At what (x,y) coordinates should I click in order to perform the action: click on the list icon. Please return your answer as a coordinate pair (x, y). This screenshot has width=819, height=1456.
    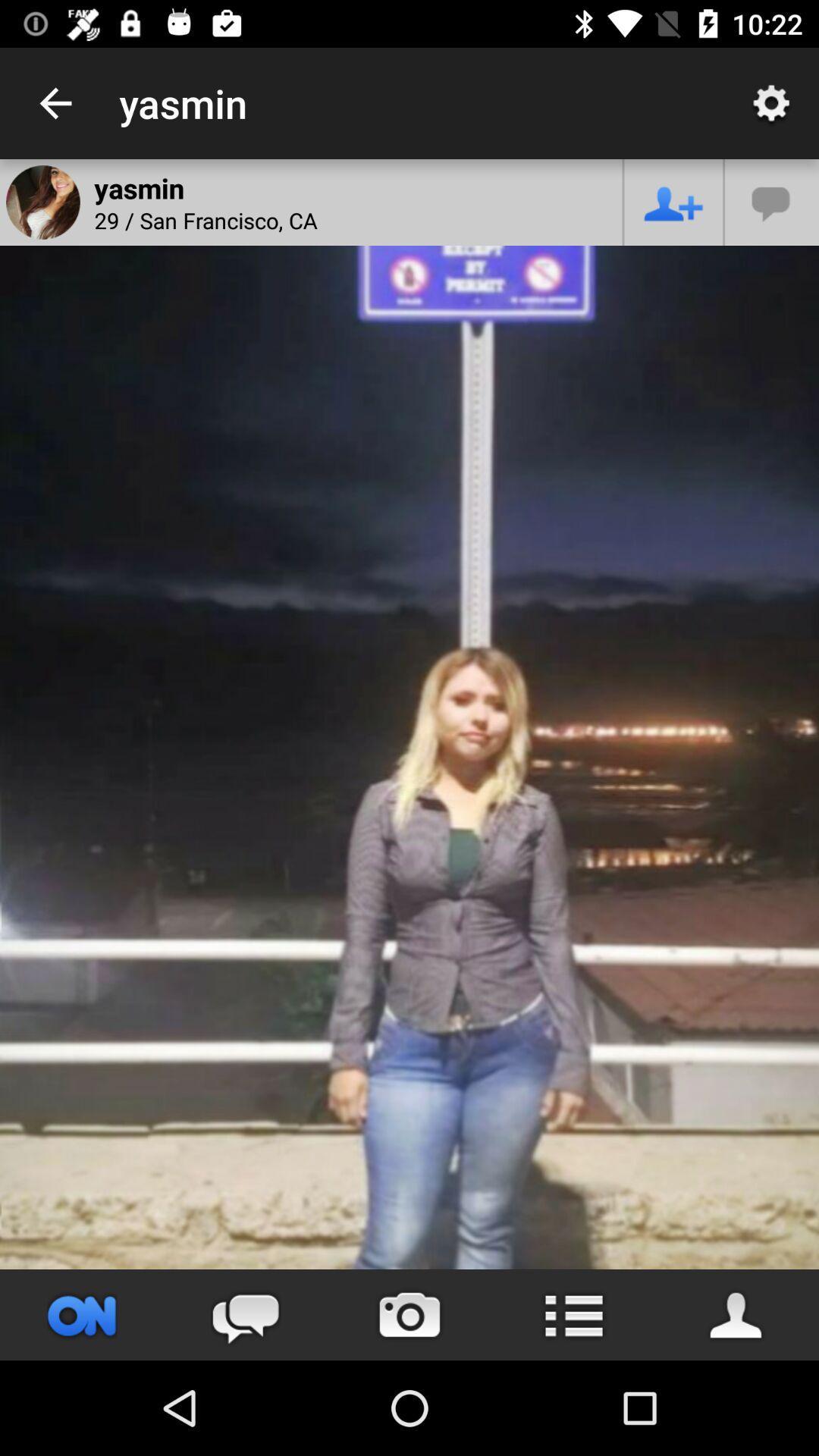
    Looking at the image, I should click on (573, 1314).